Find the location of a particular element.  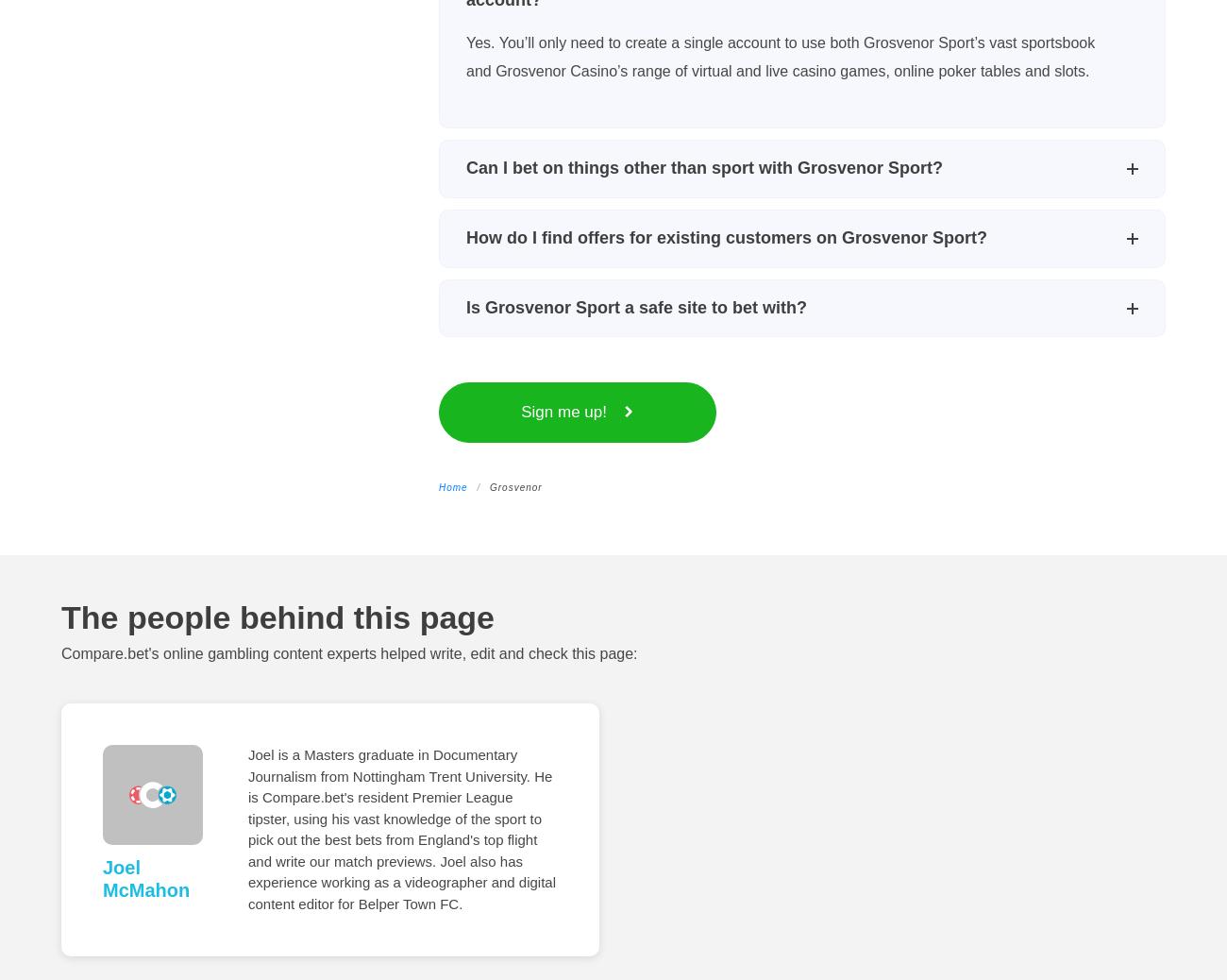

'Compare.bet's online gambling content experts helped write, edit and check this page:' is located at coordinates (347, 652).